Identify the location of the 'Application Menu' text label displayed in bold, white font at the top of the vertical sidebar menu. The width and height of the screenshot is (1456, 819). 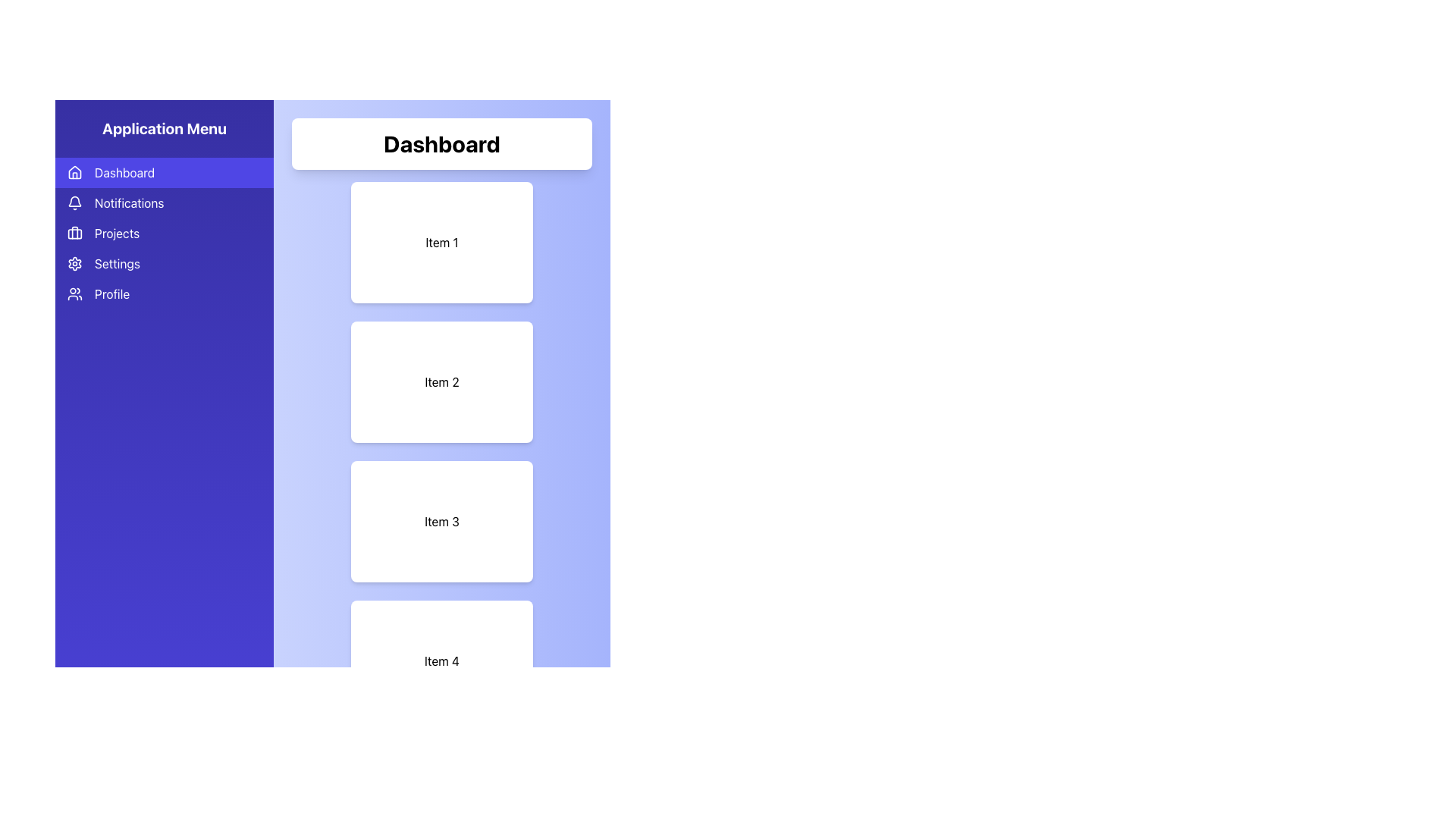
(164, 127).